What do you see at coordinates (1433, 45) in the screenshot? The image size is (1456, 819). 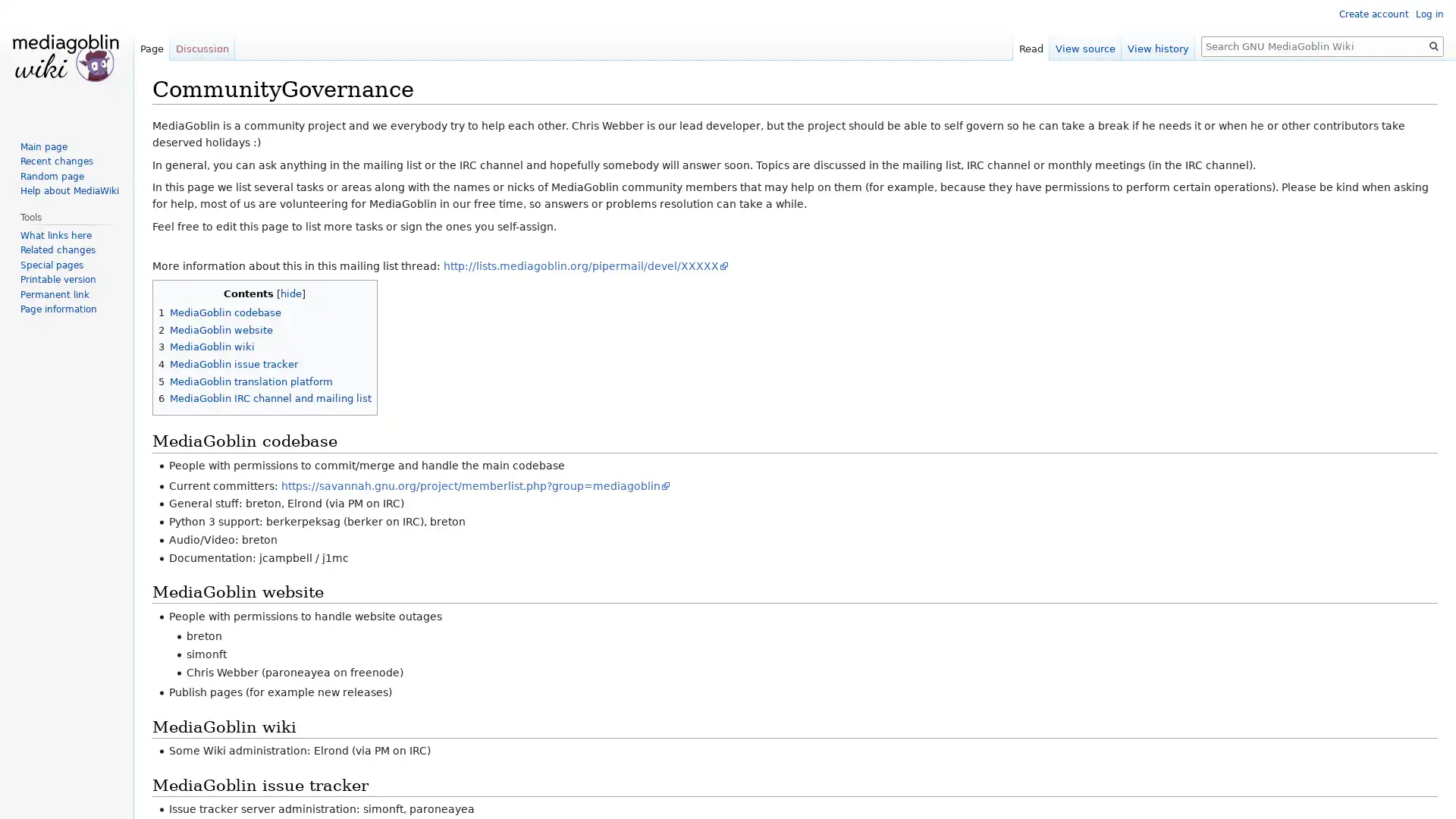 I see `Go` at bounding box center [1433, 45].